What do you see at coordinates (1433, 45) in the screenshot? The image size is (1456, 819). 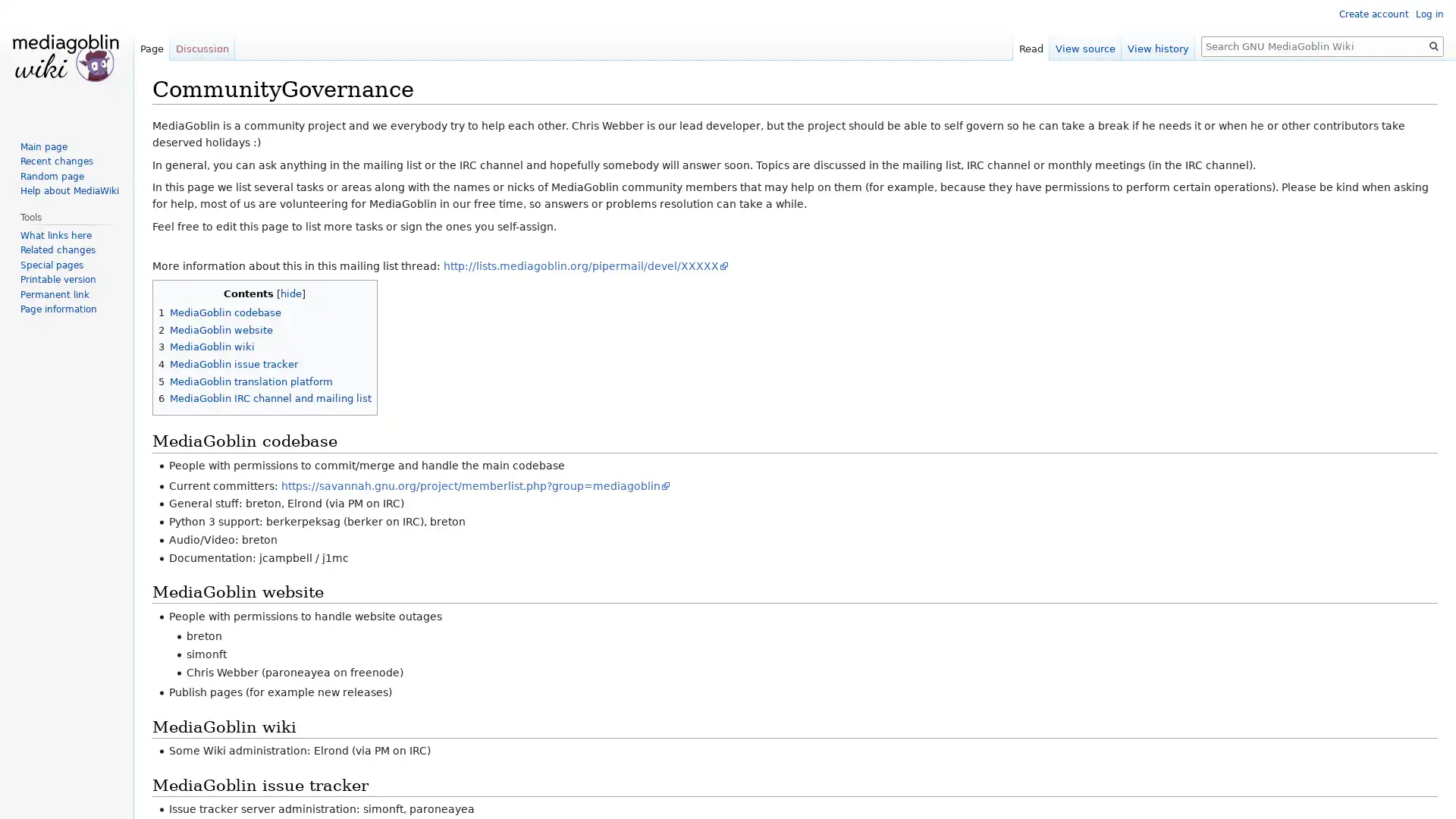 I see `Go` at bounding box center [1433, 45].